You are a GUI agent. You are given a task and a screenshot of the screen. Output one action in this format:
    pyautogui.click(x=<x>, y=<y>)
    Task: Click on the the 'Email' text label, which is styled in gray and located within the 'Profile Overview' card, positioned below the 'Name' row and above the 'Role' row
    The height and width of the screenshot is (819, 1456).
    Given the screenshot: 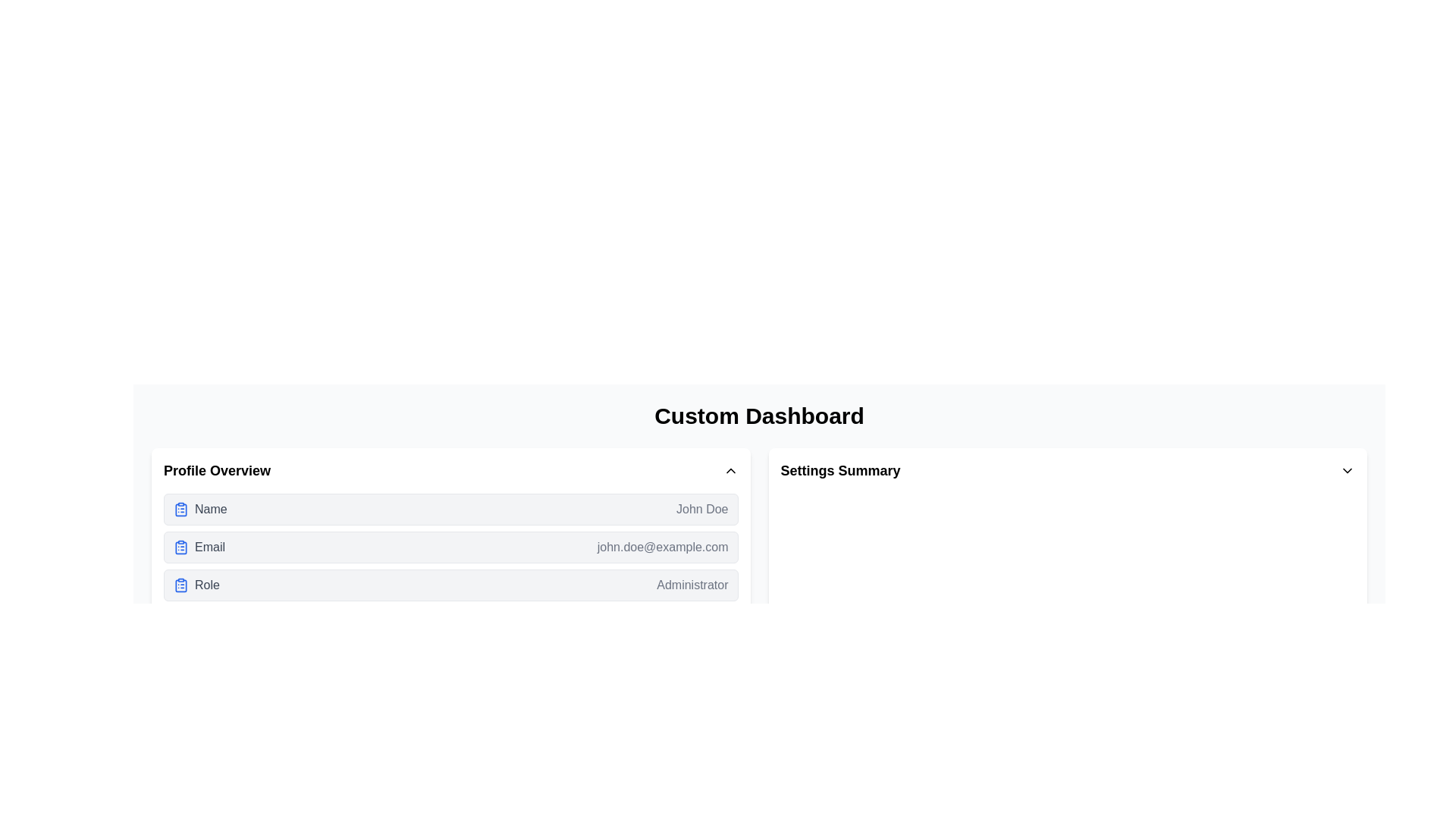 What is the action you would take?
    pyautogui.click(x=199, y=547)
    